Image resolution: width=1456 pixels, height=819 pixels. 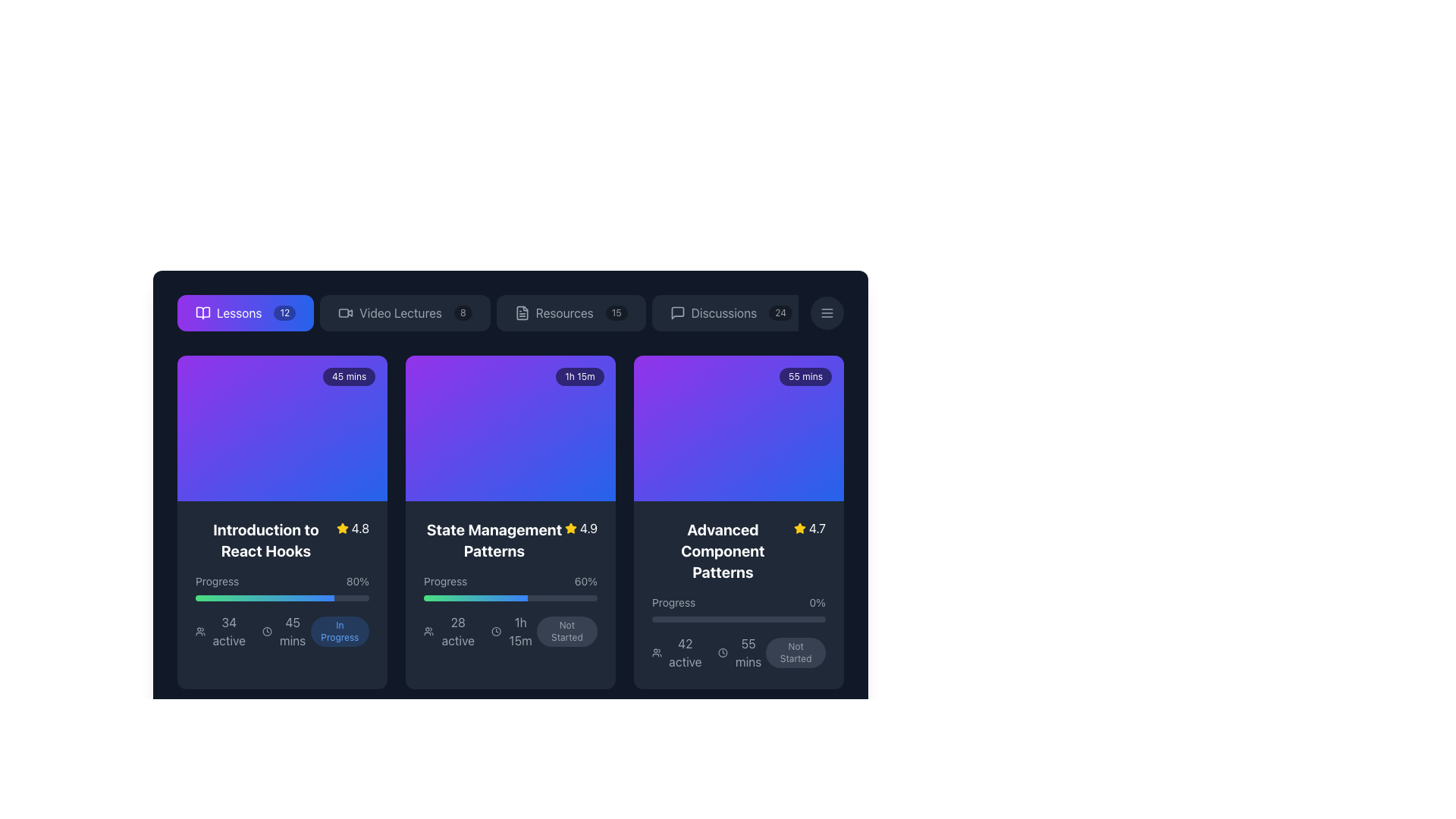 What do you see at coordinates (282, 632) in the screenshot?
I see `the multi-component informational section at the bottom of the first card, which includes text labels, icons, and a status badge` at bounding box center [282, 632].